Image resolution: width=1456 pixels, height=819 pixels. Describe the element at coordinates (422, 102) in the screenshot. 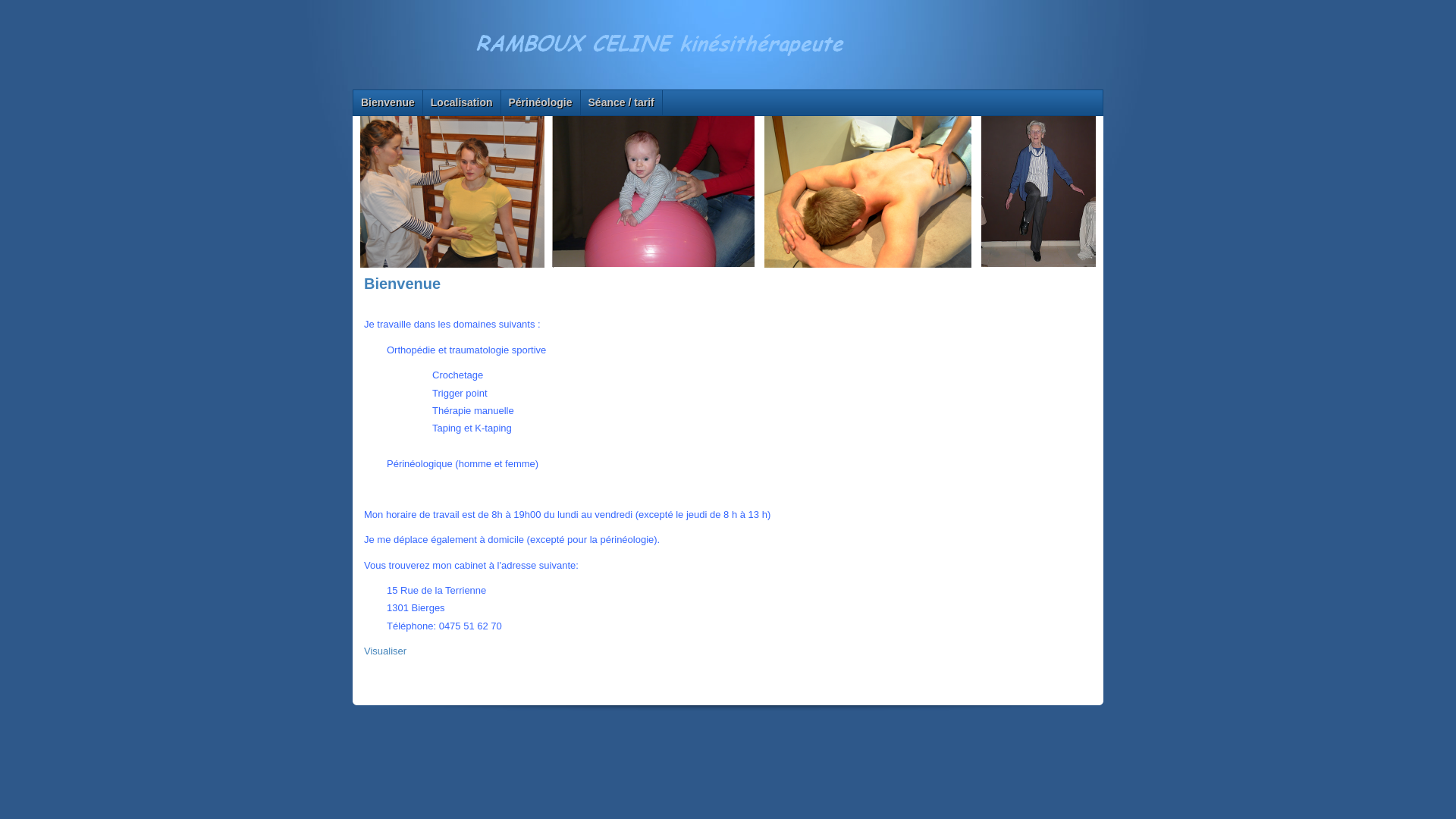

I see `'Localisation'` at that location.